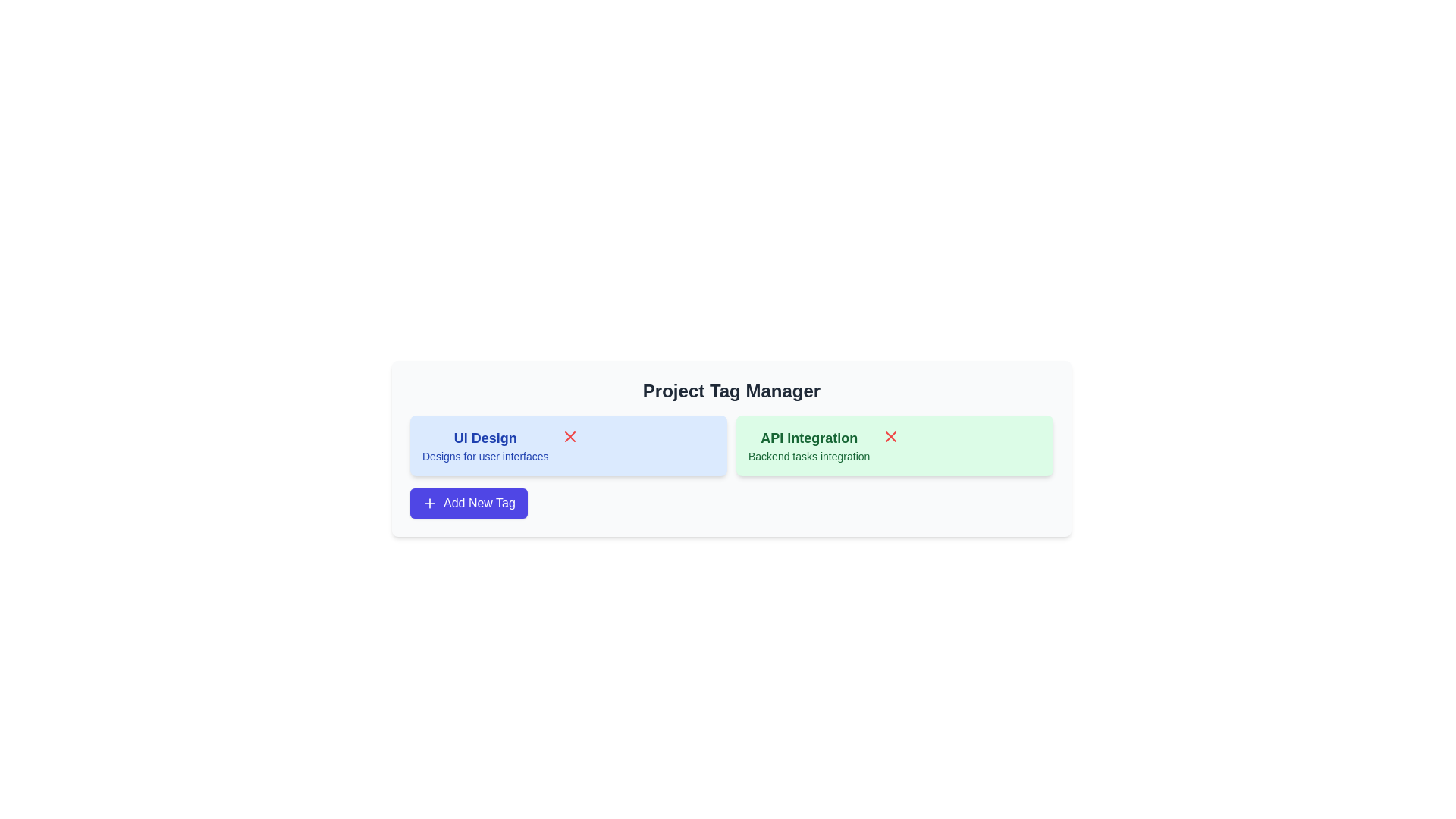 The height and width of the screenshot is (819, 1456). I want to click on the 'API Integration' text label located within the rightmost green tag block, which is above the 'Backend tasks integration' text, so click(808, 438).